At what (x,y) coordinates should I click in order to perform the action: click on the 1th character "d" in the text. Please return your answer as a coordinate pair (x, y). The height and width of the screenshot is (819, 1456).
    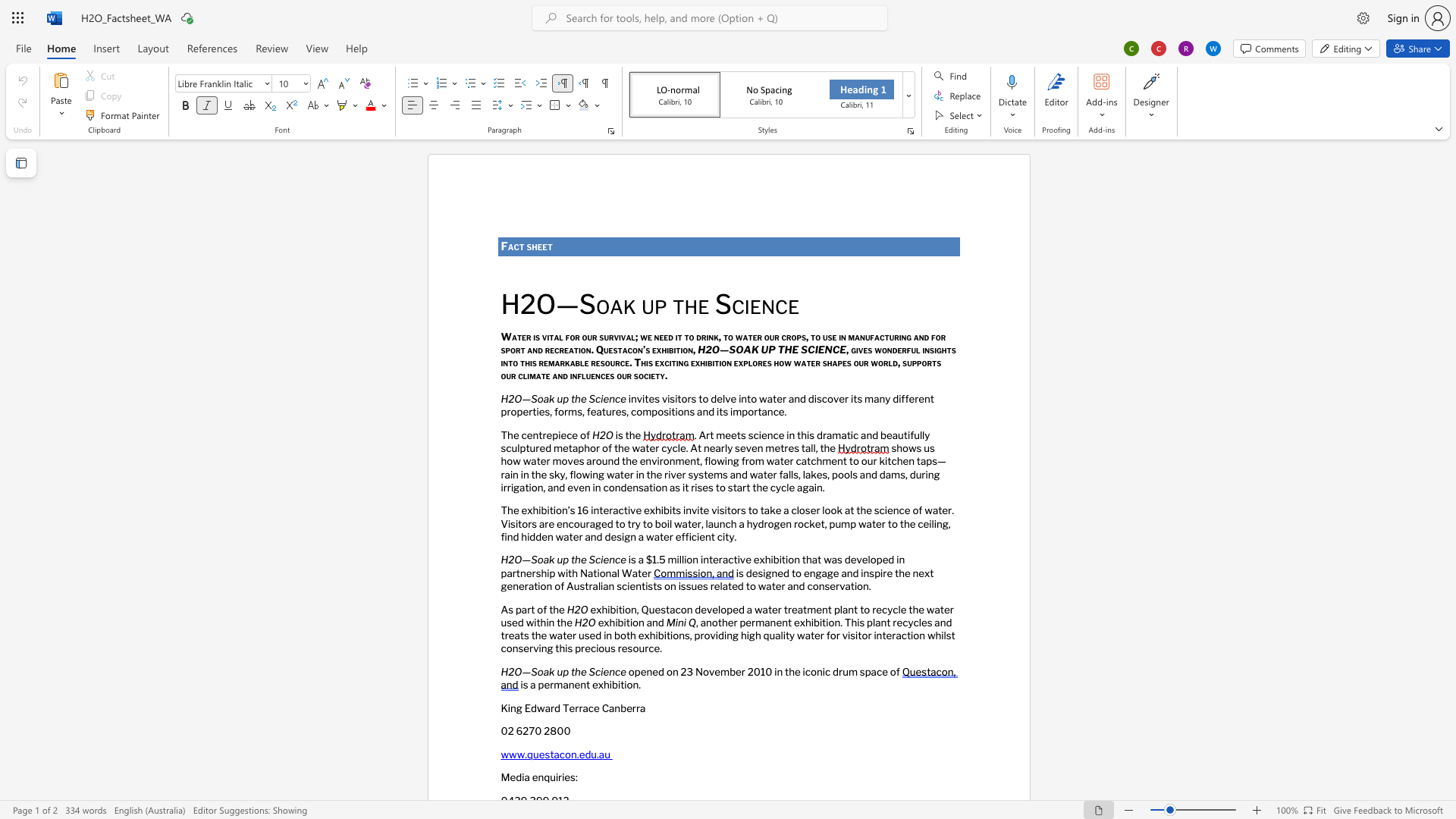
    Looking at the image, I should click on (564, 375).